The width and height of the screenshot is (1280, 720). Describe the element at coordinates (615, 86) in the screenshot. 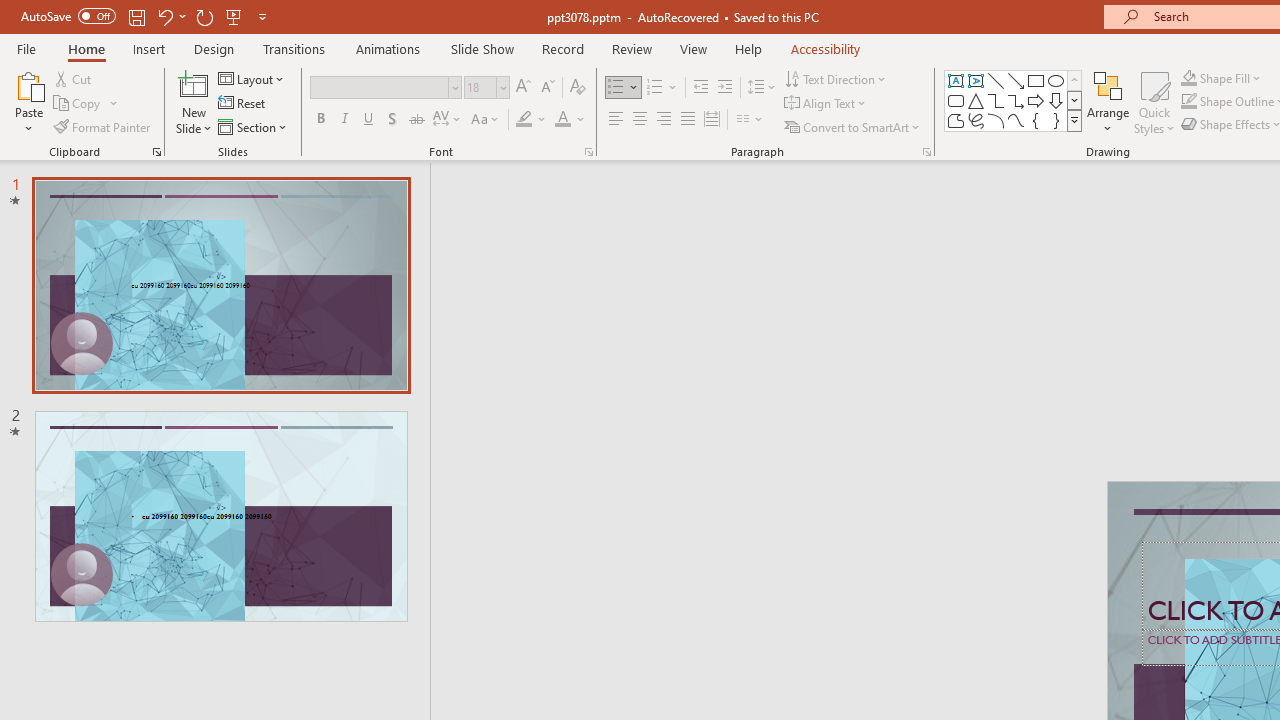

I see `'Bullets'` at that location.